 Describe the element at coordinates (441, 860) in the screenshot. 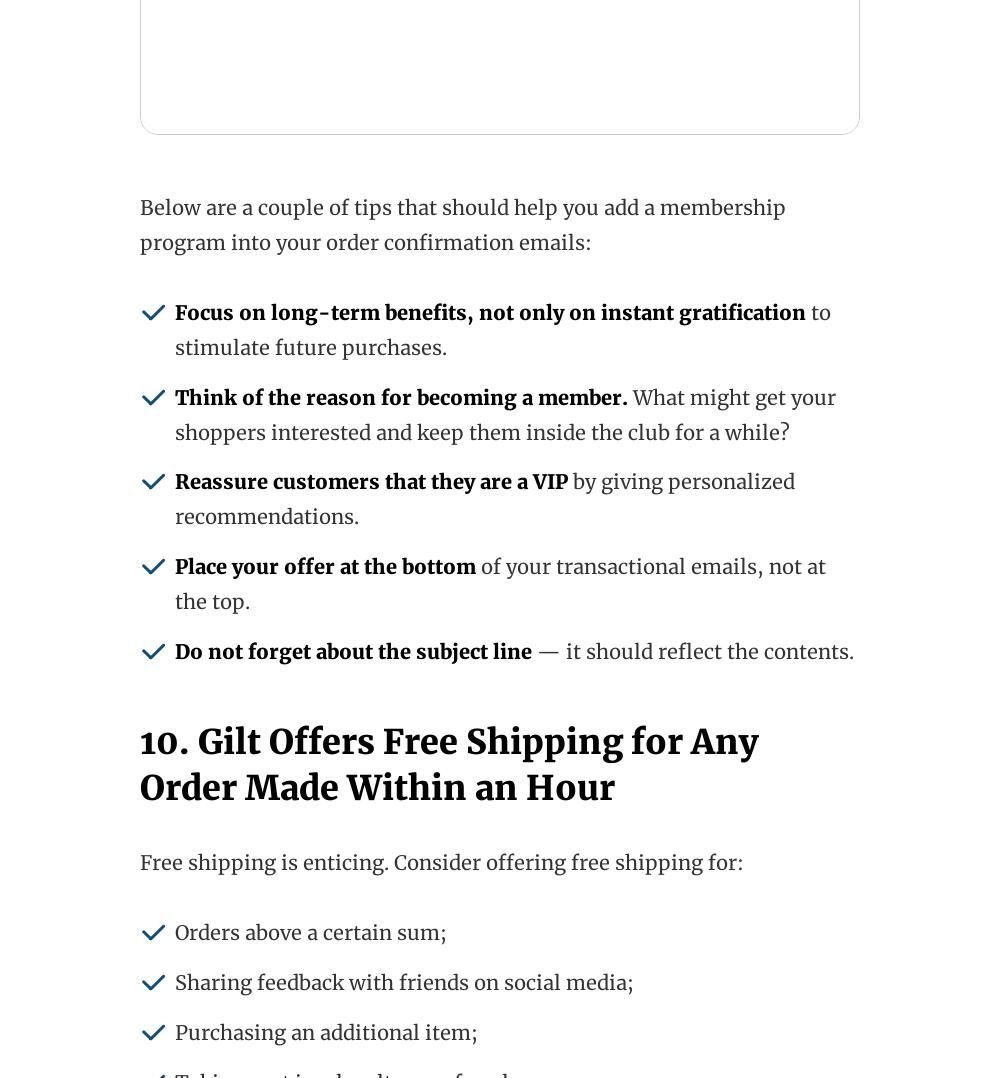

I see `'Free shipping is enticing. Consider offering free shipping for:'` at that location.